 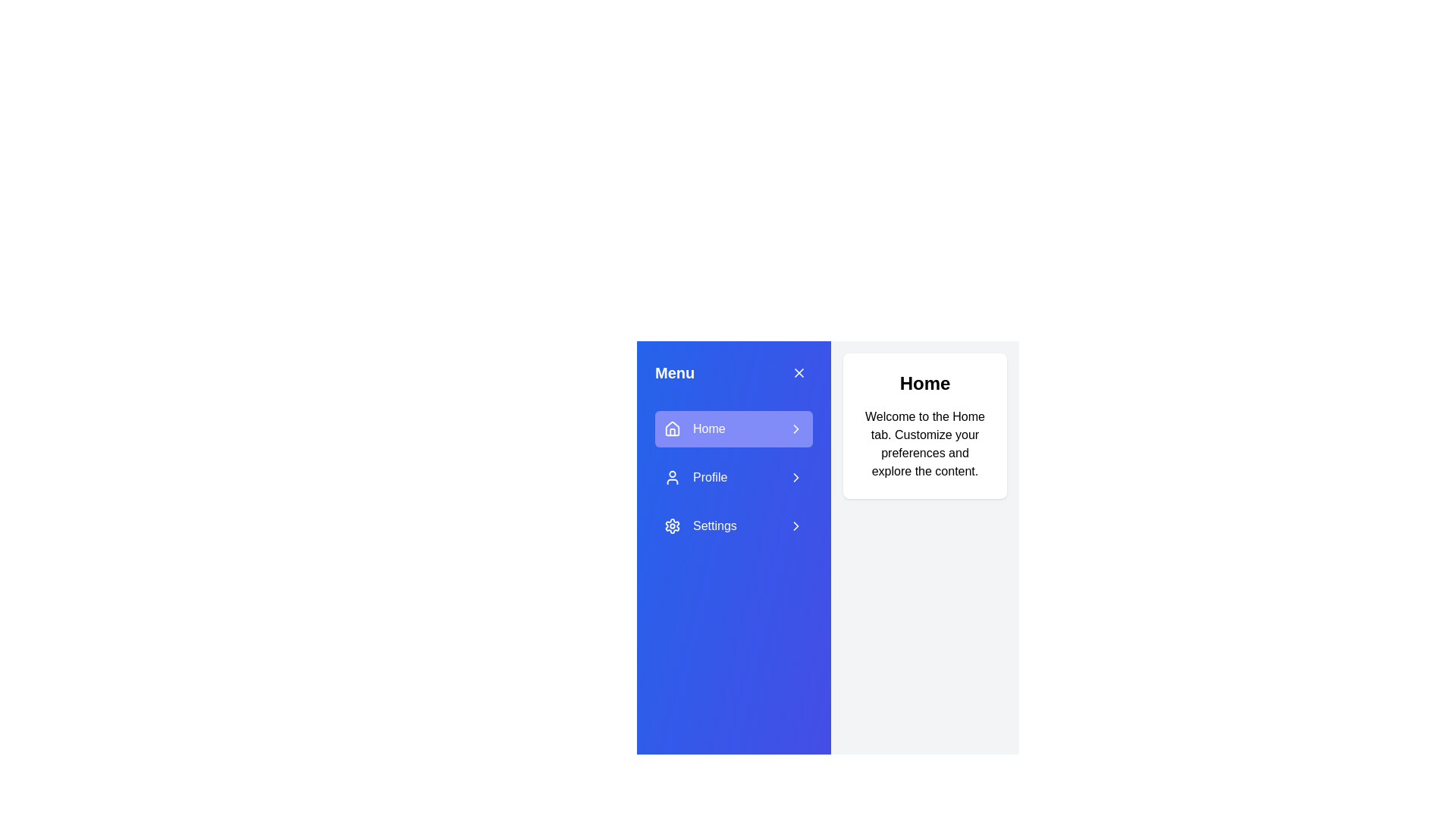 I want to click on the arrow icon indicating navigation in the 'Home' row of the left panel, so click(x=795, y=429).